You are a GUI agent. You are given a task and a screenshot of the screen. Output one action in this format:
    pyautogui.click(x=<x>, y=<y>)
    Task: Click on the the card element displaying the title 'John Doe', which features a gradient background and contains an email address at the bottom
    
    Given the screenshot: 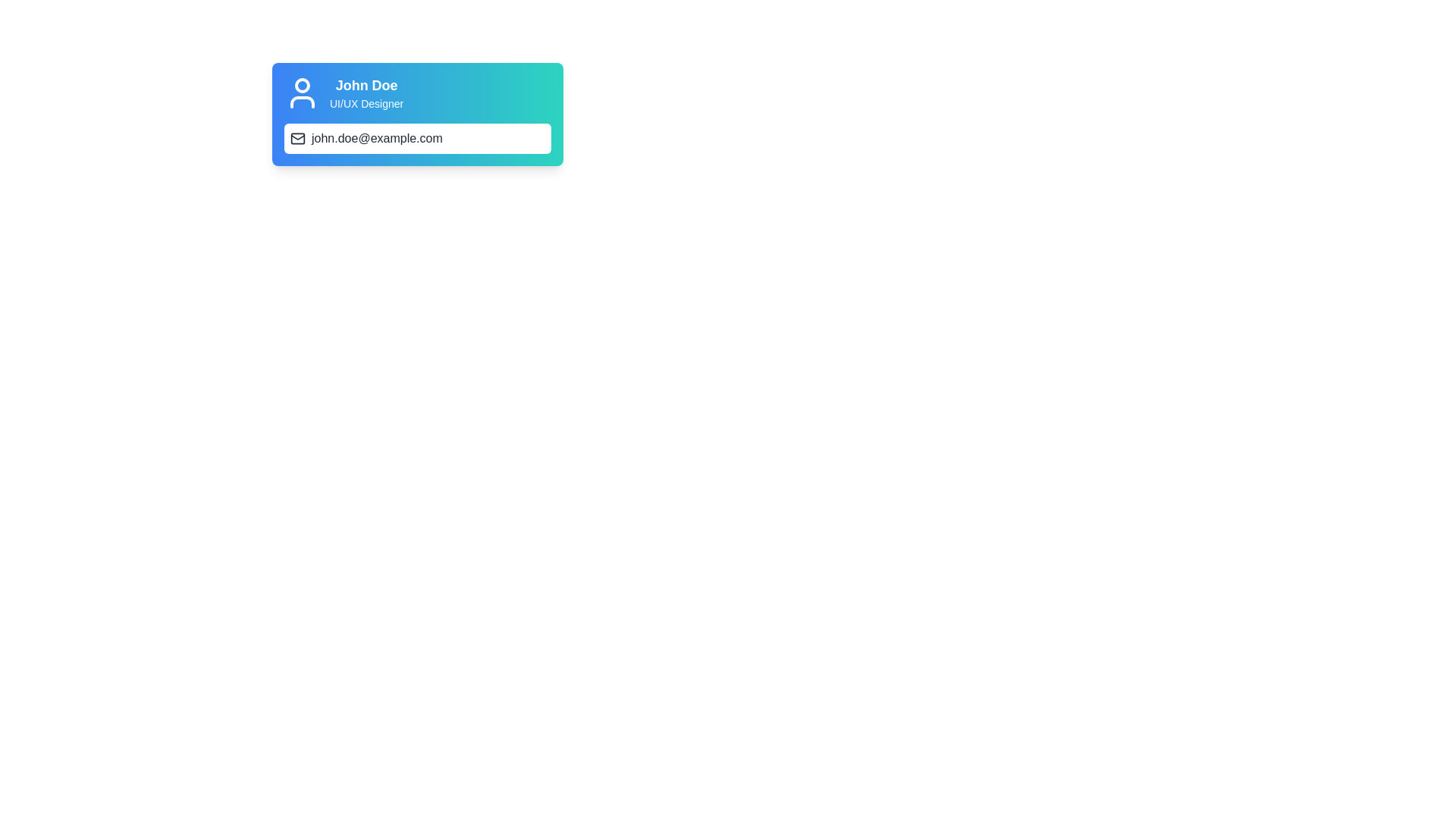 What is the action you would take?
    pyautogui.click(x=418, y=113)
    